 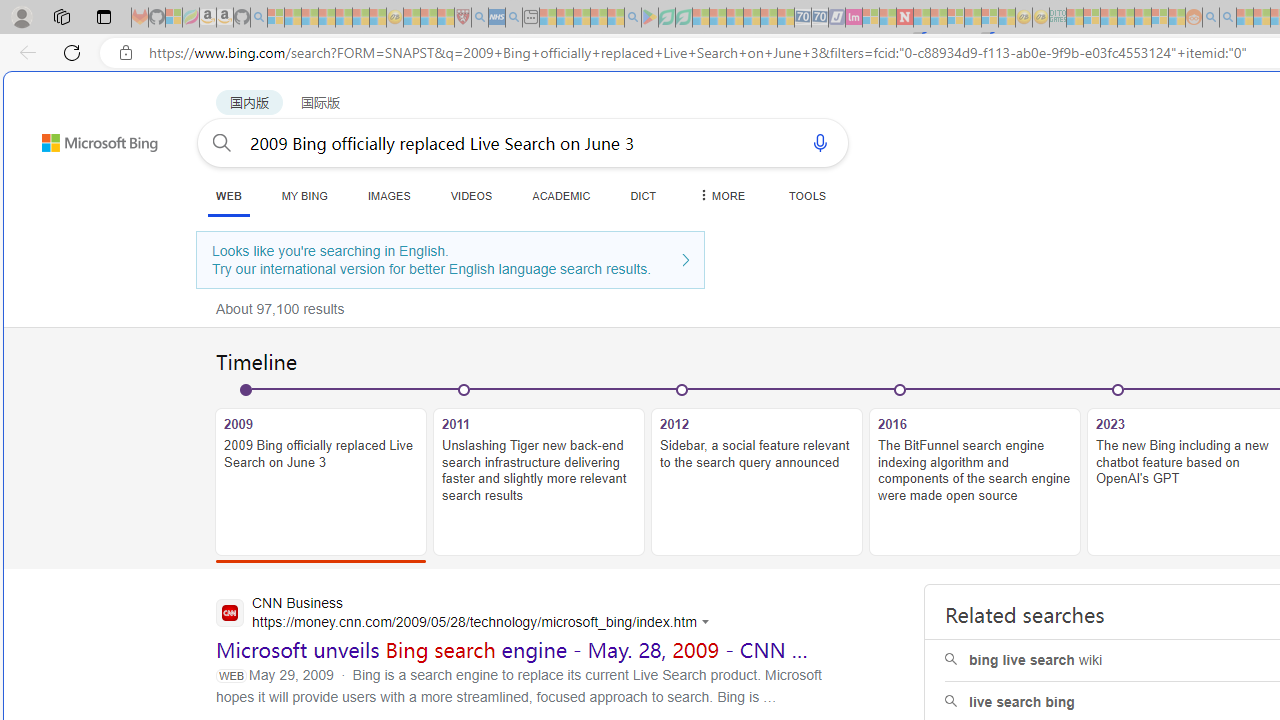 What do you see at coordinates (445, 17) in the screenshot?
I see `'Local - MSN - Sleeping'` at bounding box center [445, 17].